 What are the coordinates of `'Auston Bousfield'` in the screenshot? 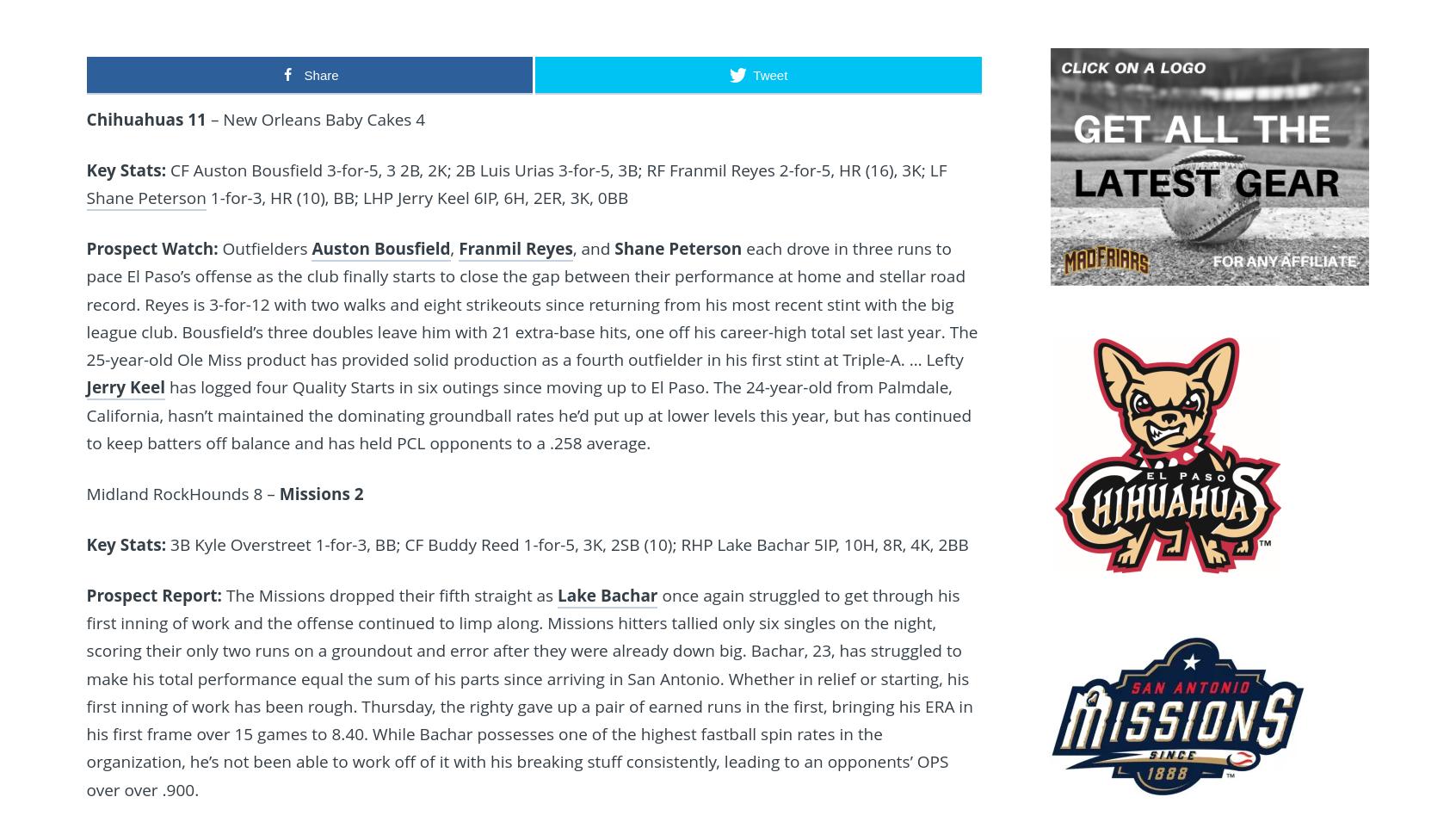 It's located at (311, 247).